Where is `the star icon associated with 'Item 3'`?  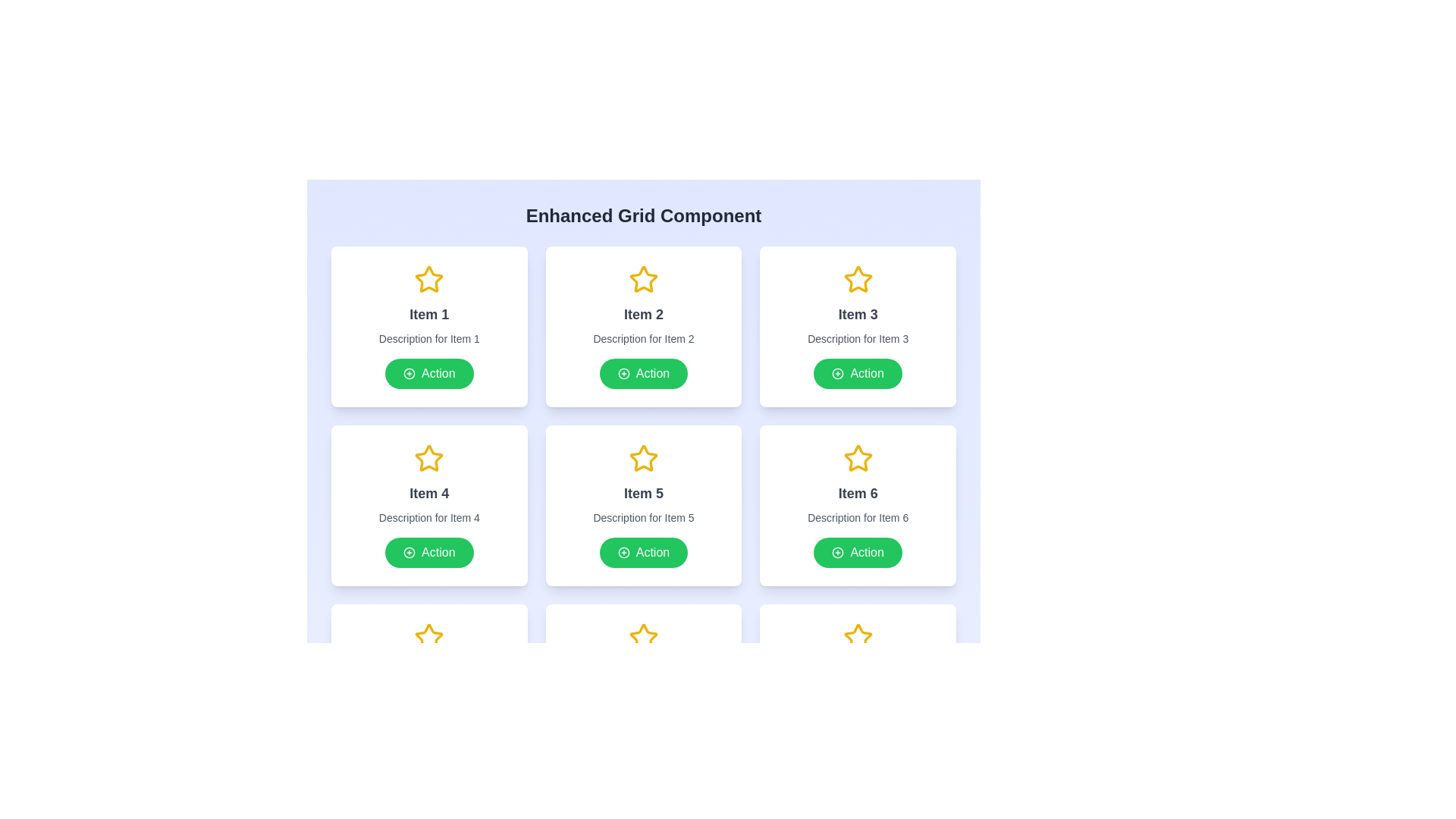 the star icon associated with 'Item 3' is located at coordinates (858, 279).